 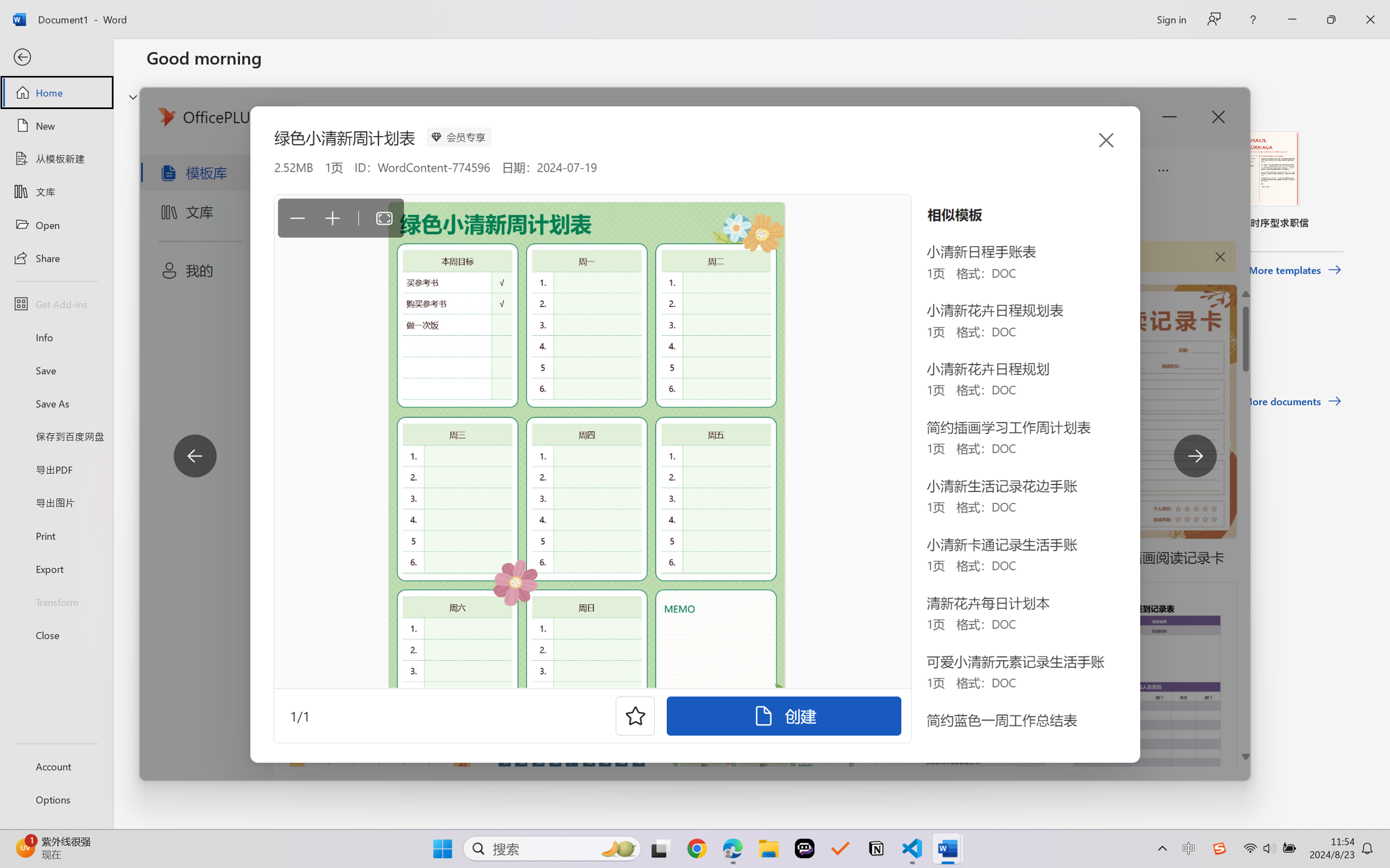 What do you see at coordinates (56, 766) in the screenshot?
I see `'Account'` at bounding box center [56, 766].